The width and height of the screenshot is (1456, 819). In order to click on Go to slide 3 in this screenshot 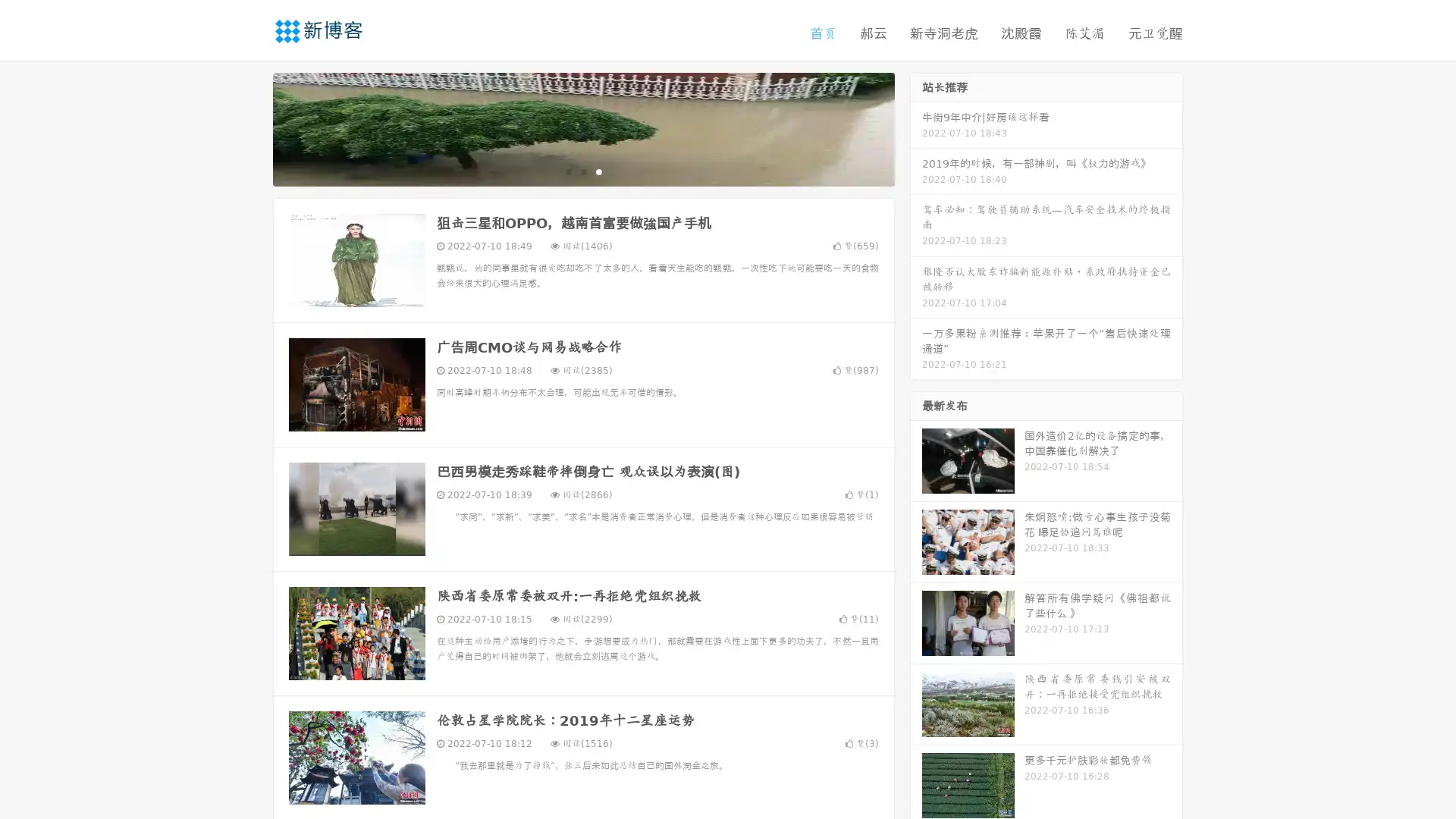, I will do `click(598, 171)`.